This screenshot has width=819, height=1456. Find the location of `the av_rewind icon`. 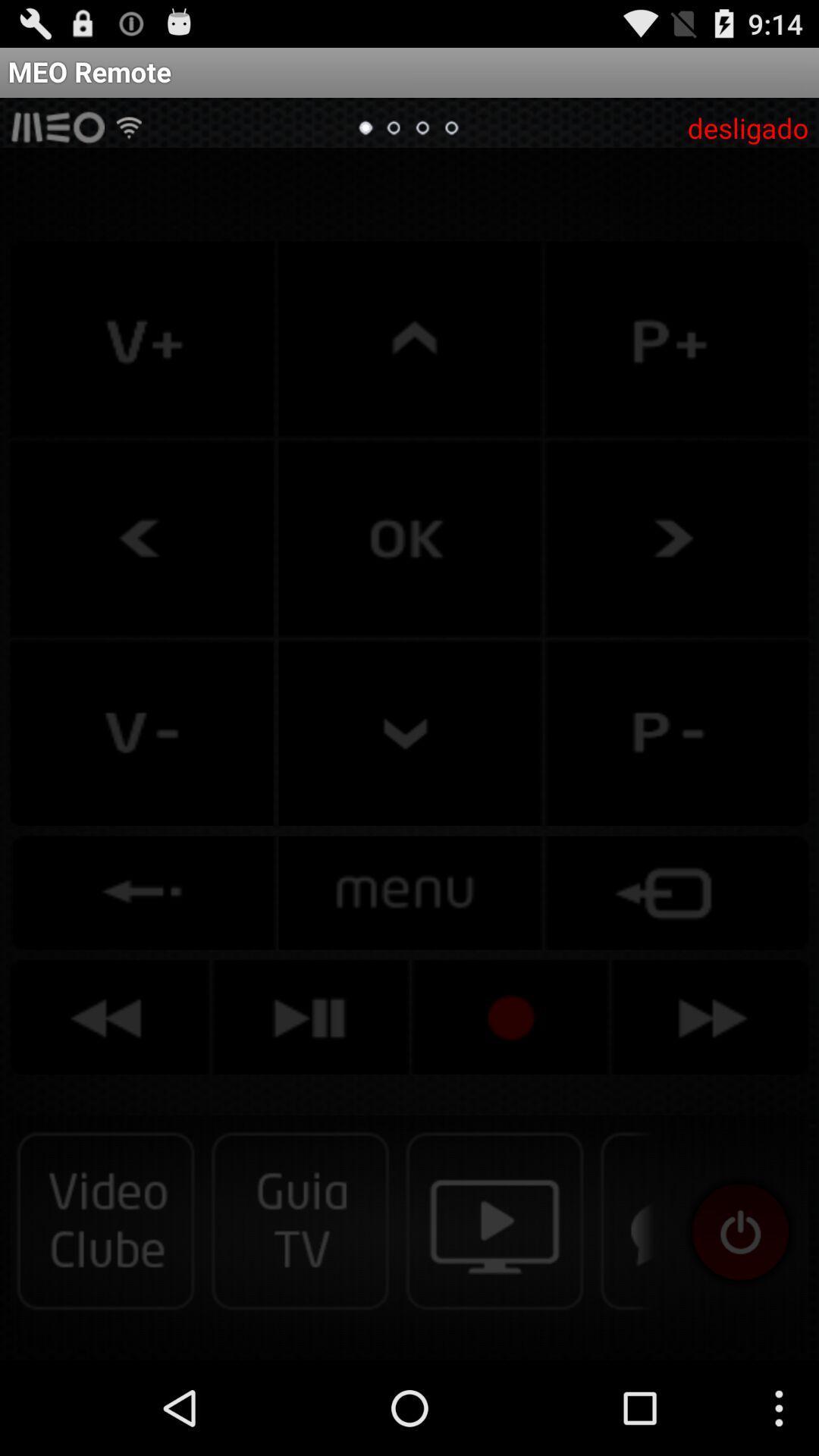

the av_rewind icon is located at coordinates (109, 1087).